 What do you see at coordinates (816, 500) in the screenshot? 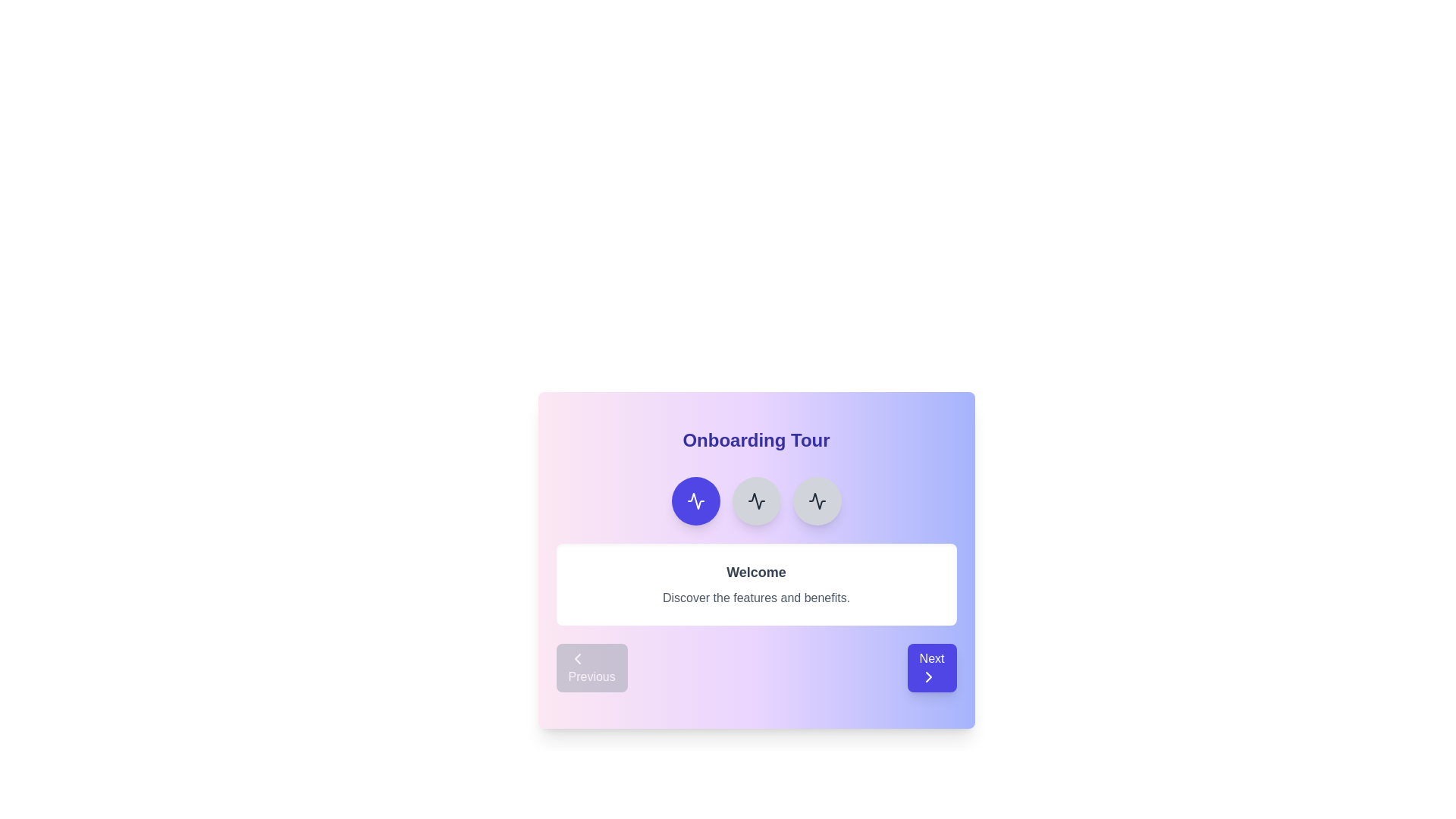
I see `the rightmost button in the horizontal group of three buttons located under the 'Onboarding Tour' title and above the 'Welcome' text` at bounding box center [816, 500].